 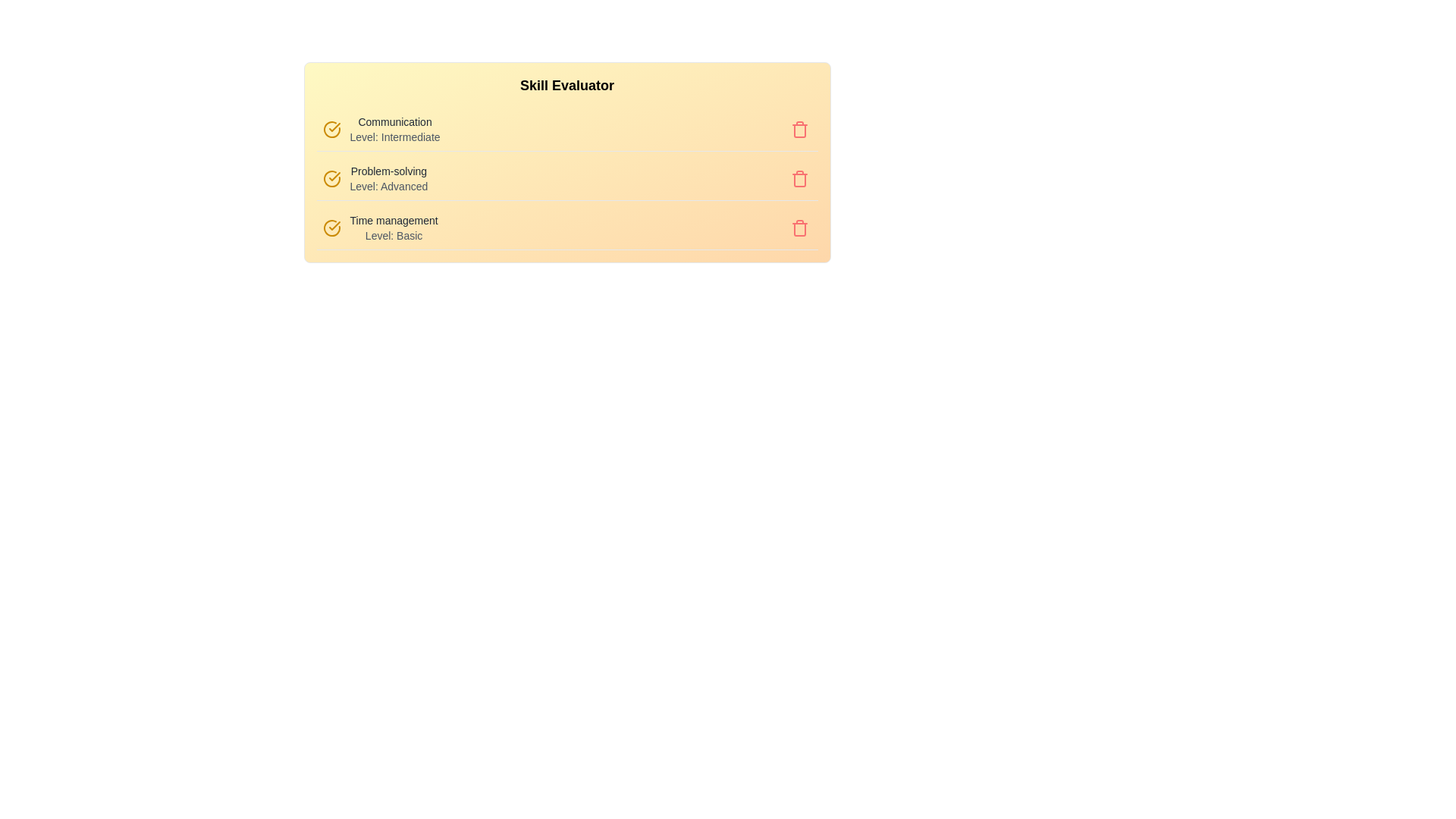 I want to click on the skill icon for Time management to focus on it, so click(x=331, y=227).